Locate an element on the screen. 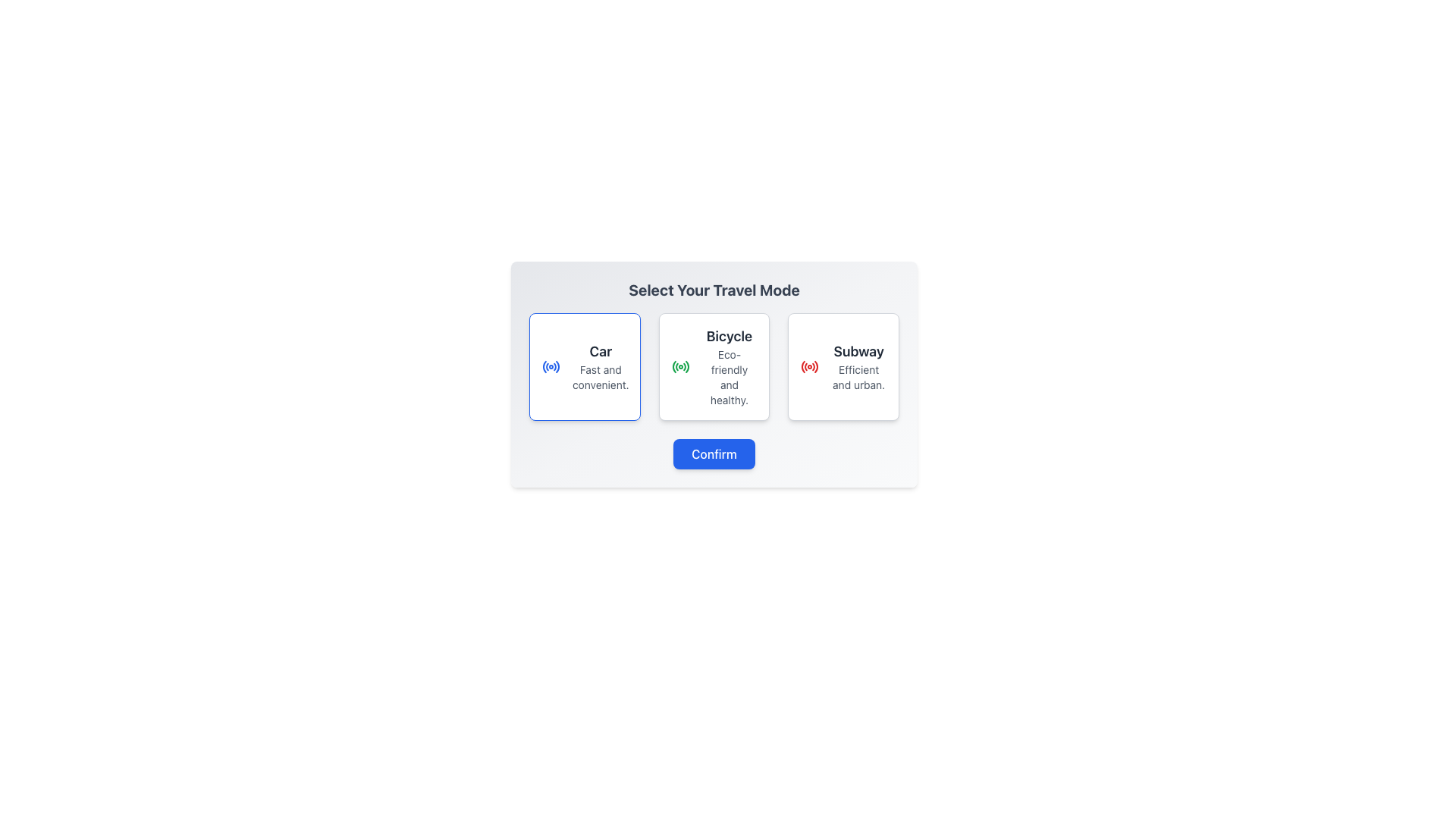  description text block located beneath the 'Bicycle' label in the central card of the UI is located at coordinates (729, 376).